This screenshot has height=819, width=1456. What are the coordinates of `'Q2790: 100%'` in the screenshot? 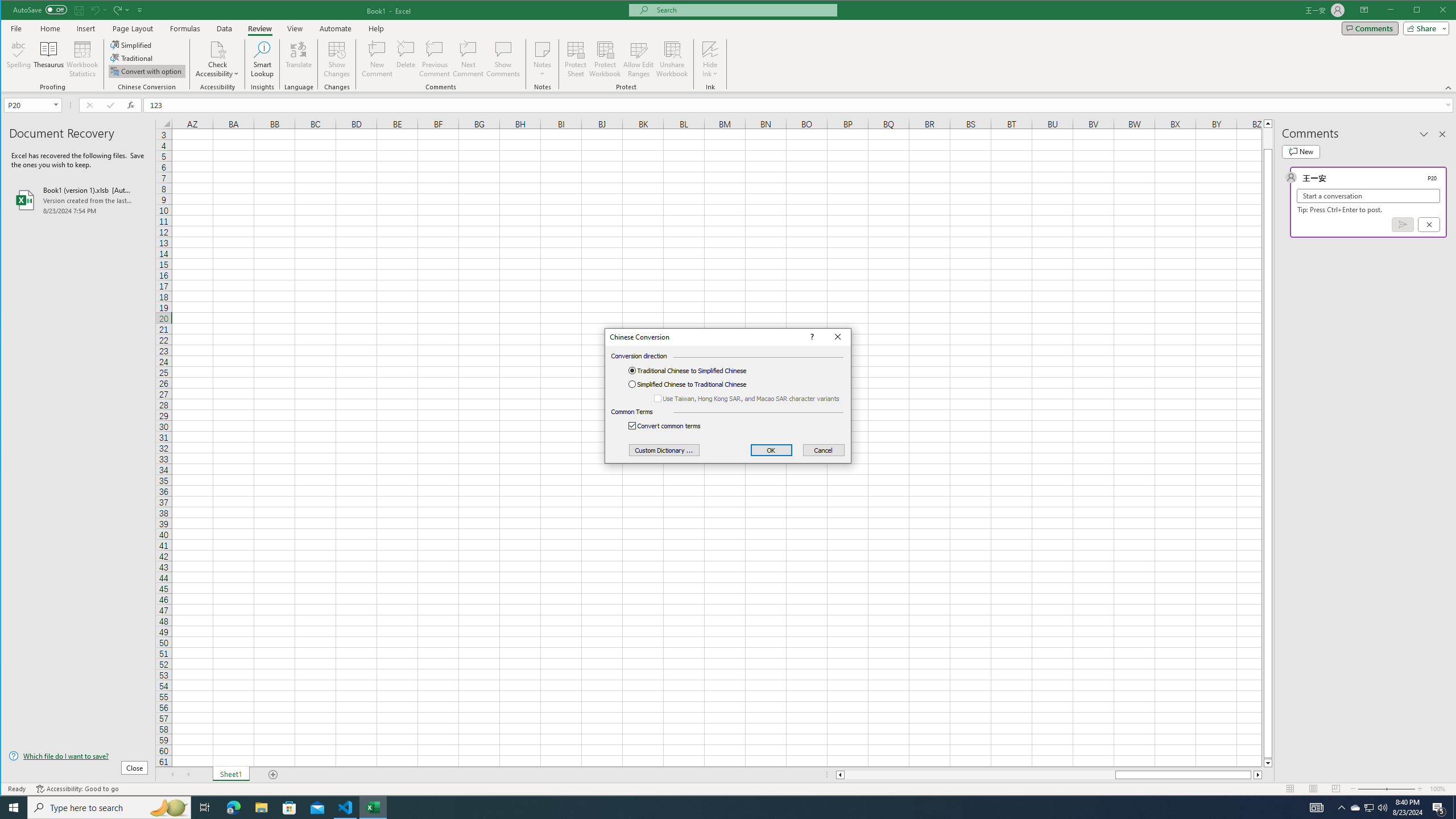 It's located at (1381, 806).